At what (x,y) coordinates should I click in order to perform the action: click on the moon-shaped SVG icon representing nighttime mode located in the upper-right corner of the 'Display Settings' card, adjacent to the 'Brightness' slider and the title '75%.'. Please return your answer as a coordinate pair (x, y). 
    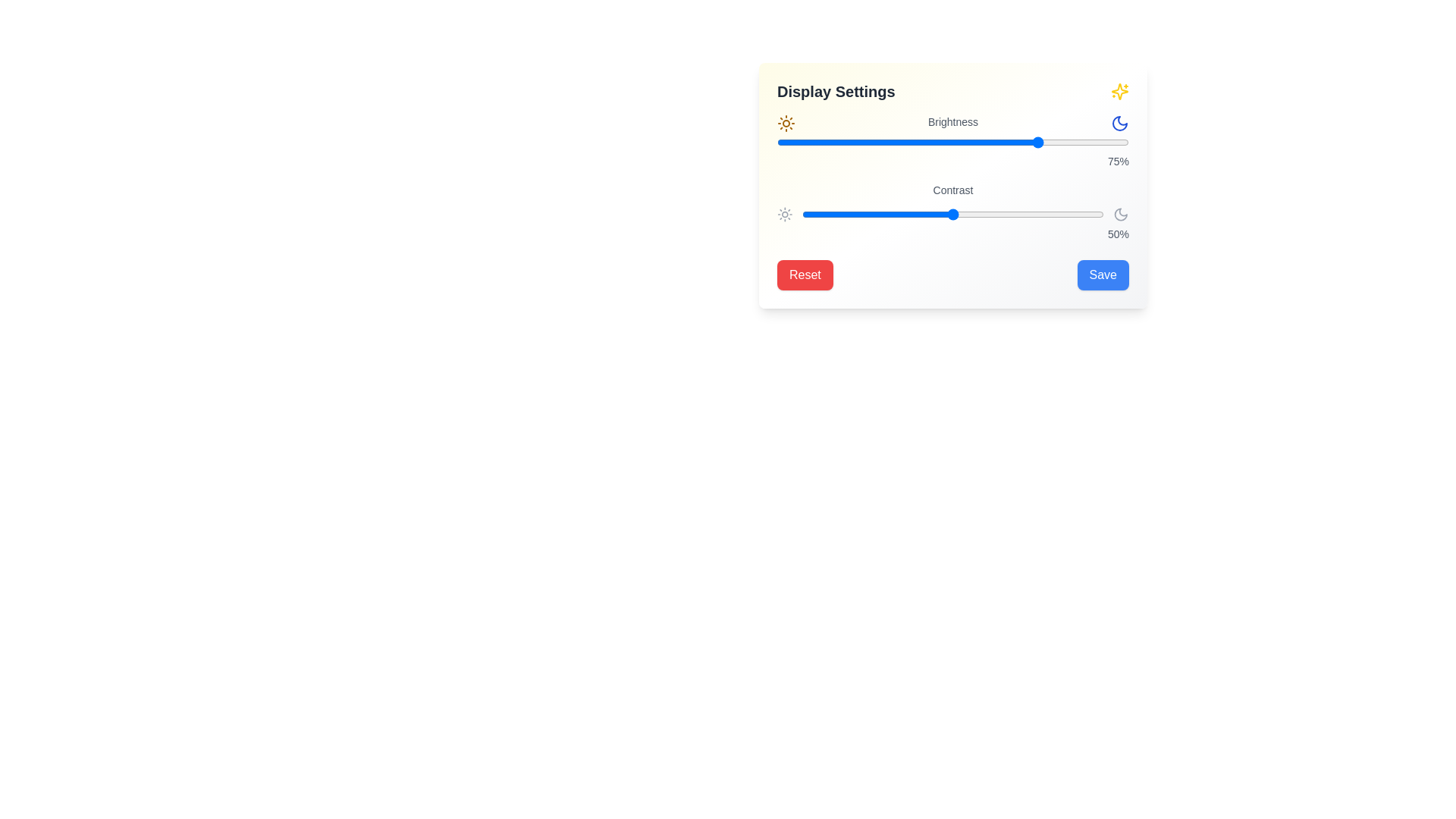
    Looking at the image, I should click on (1121, 214).